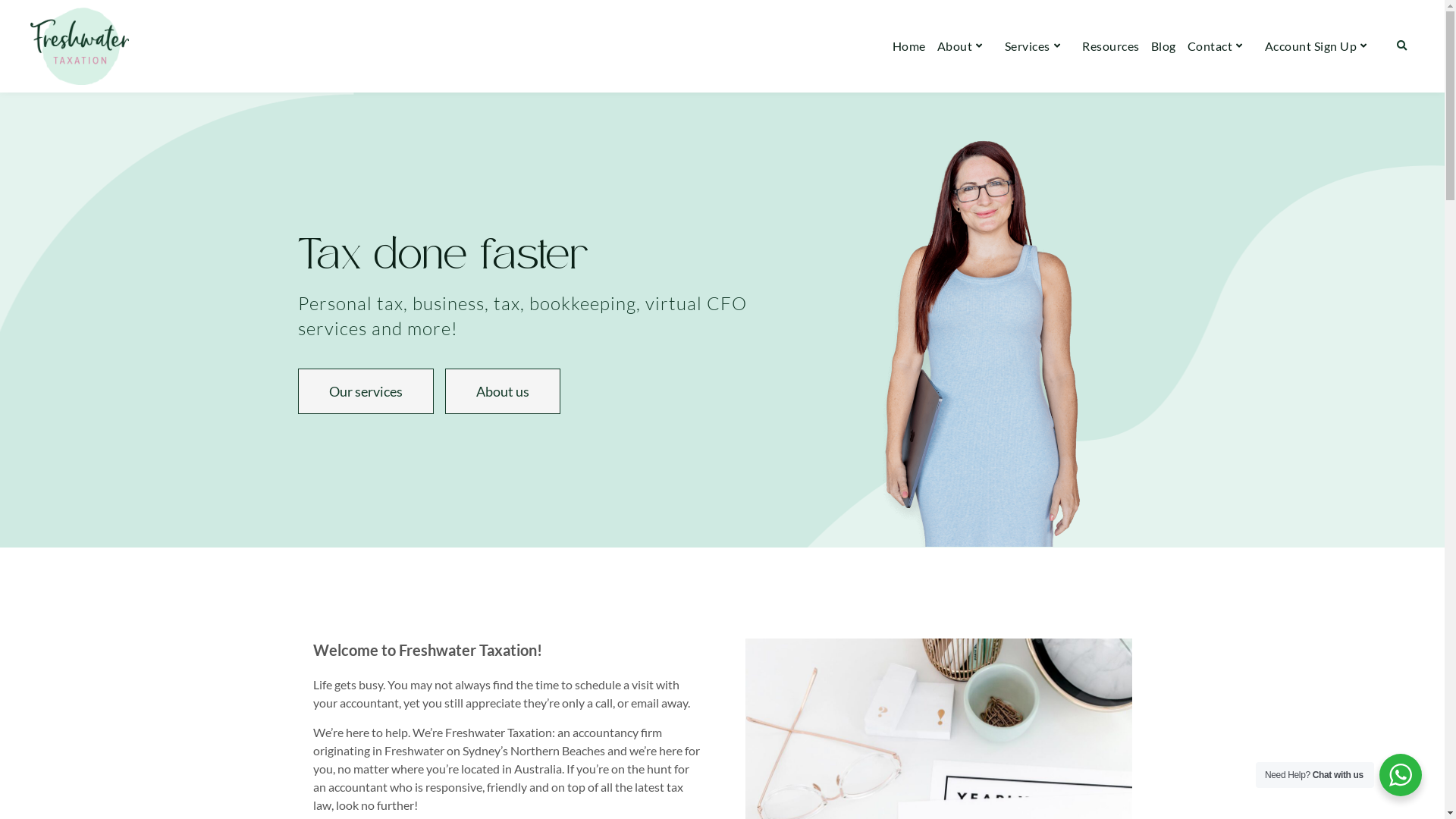 The image size is (1456, 819). Describe the element at coordinates (892, 45) in the screenshot. I see `'Home'` at that location.